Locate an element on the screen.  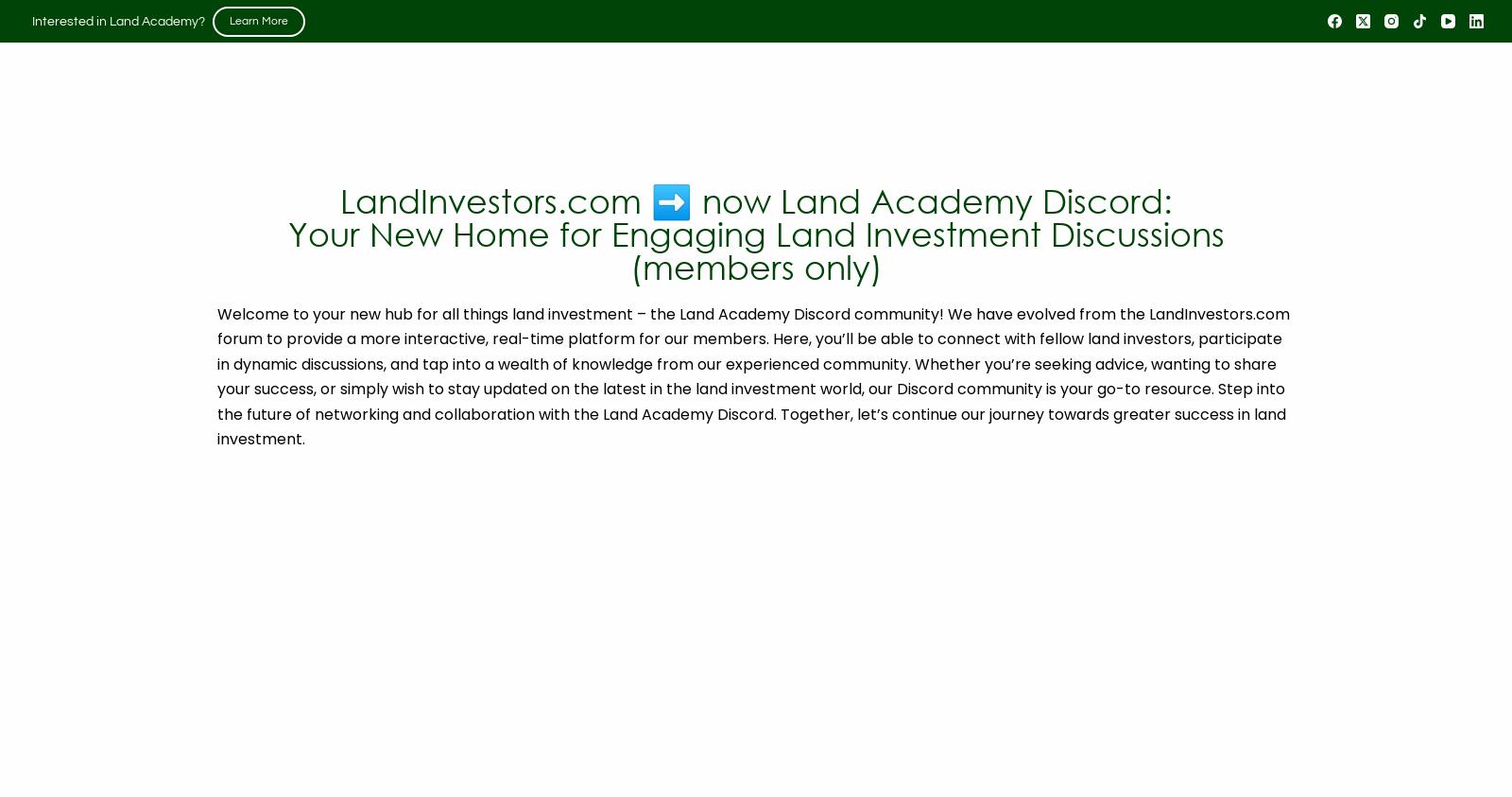
'Login' is located at coordinates (1330, 22).